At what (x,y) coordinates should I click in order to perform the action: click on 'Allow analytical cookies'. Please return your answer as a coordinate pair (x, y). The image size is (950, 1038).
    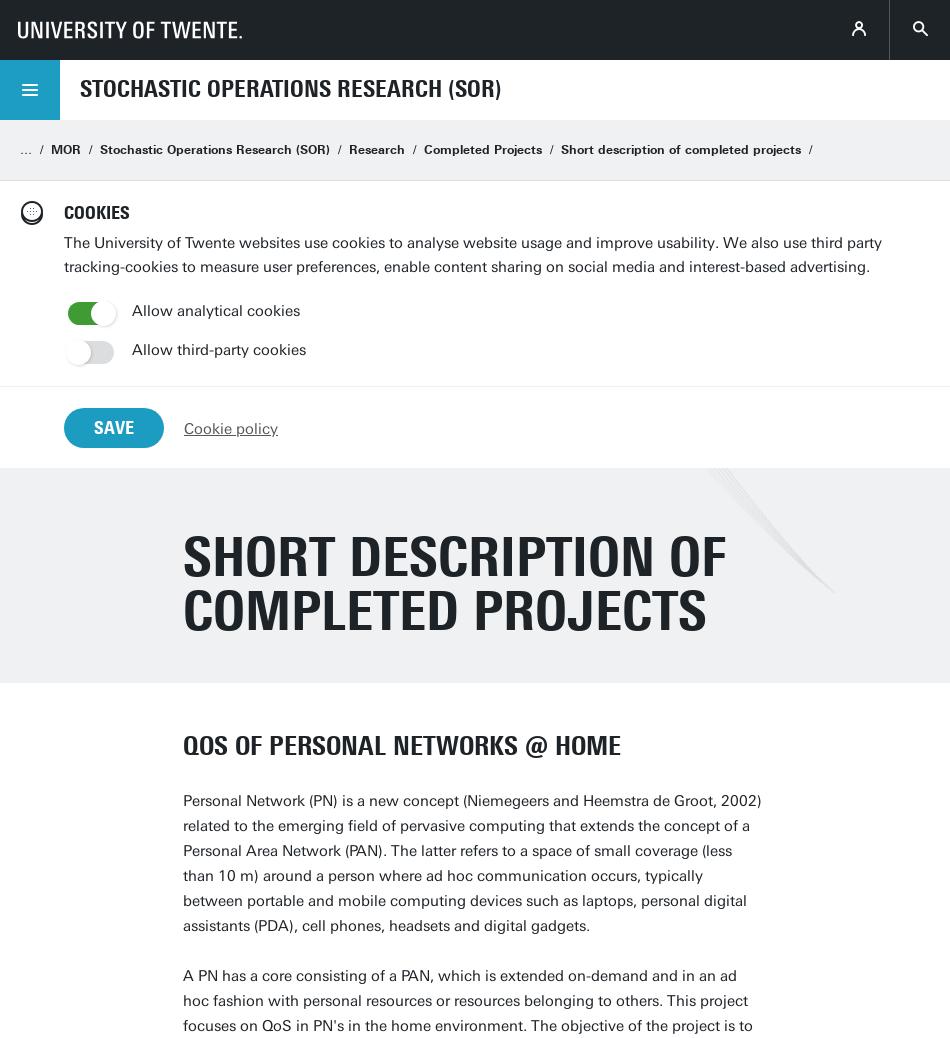
    Looking at the image, I should click on (131, 310).